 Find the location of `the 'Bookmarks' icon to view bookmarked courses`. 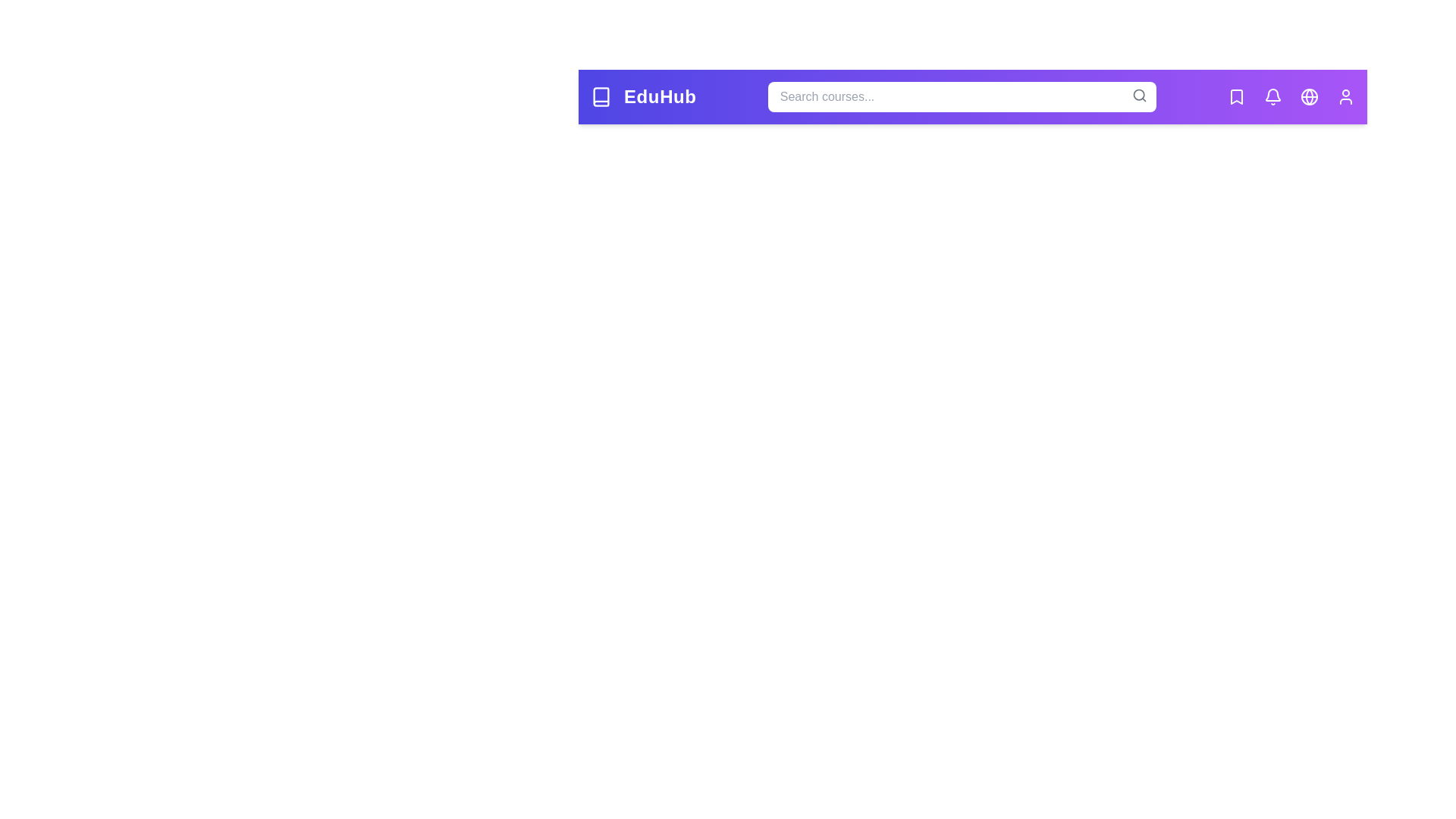

the 'Bookmarks' icon to view bookmarked courses is located at coordinates (1237, 96).